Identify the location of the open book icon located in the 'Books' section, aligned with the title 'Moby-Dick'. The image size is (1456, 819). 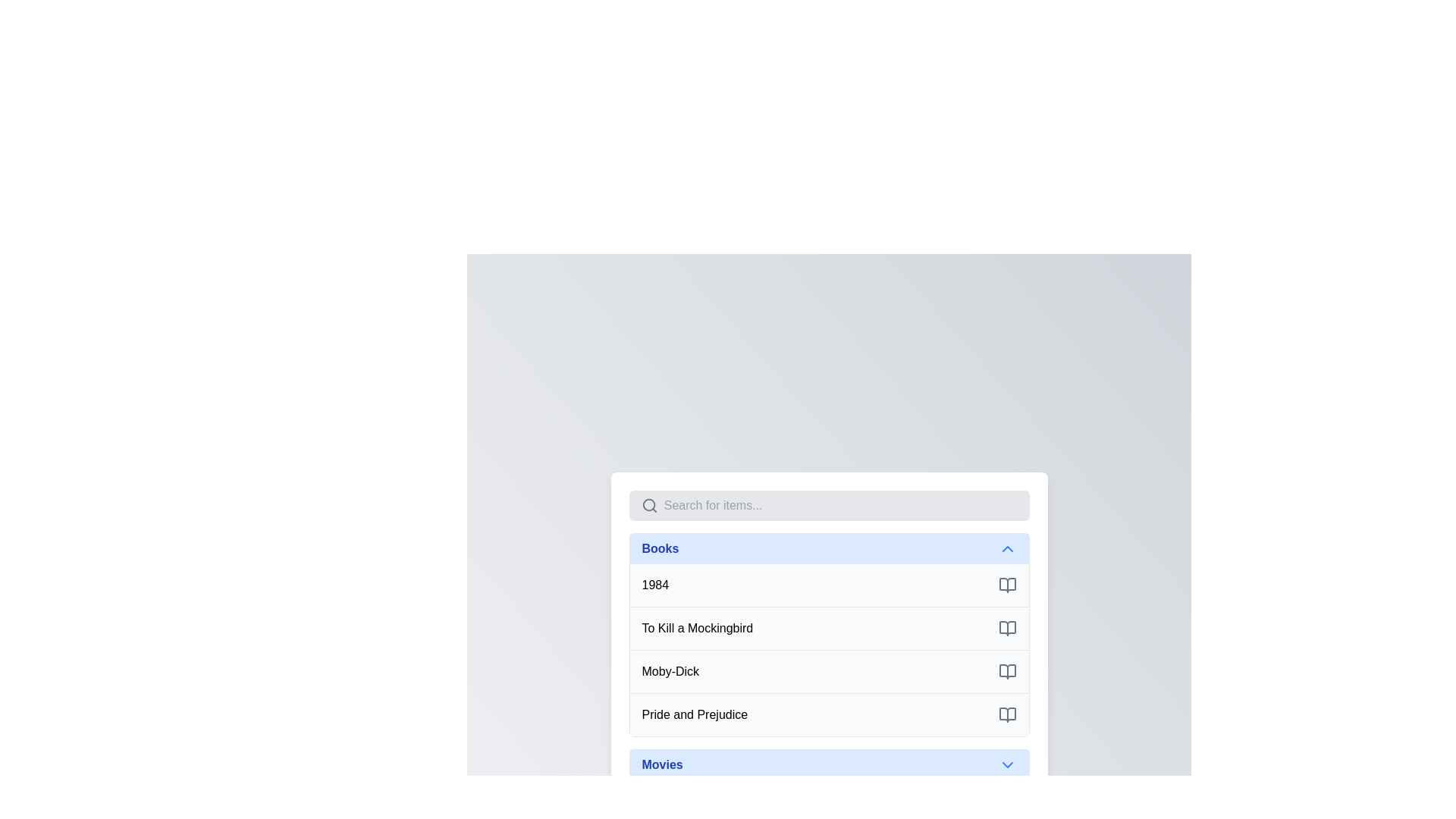
(1007, 670).